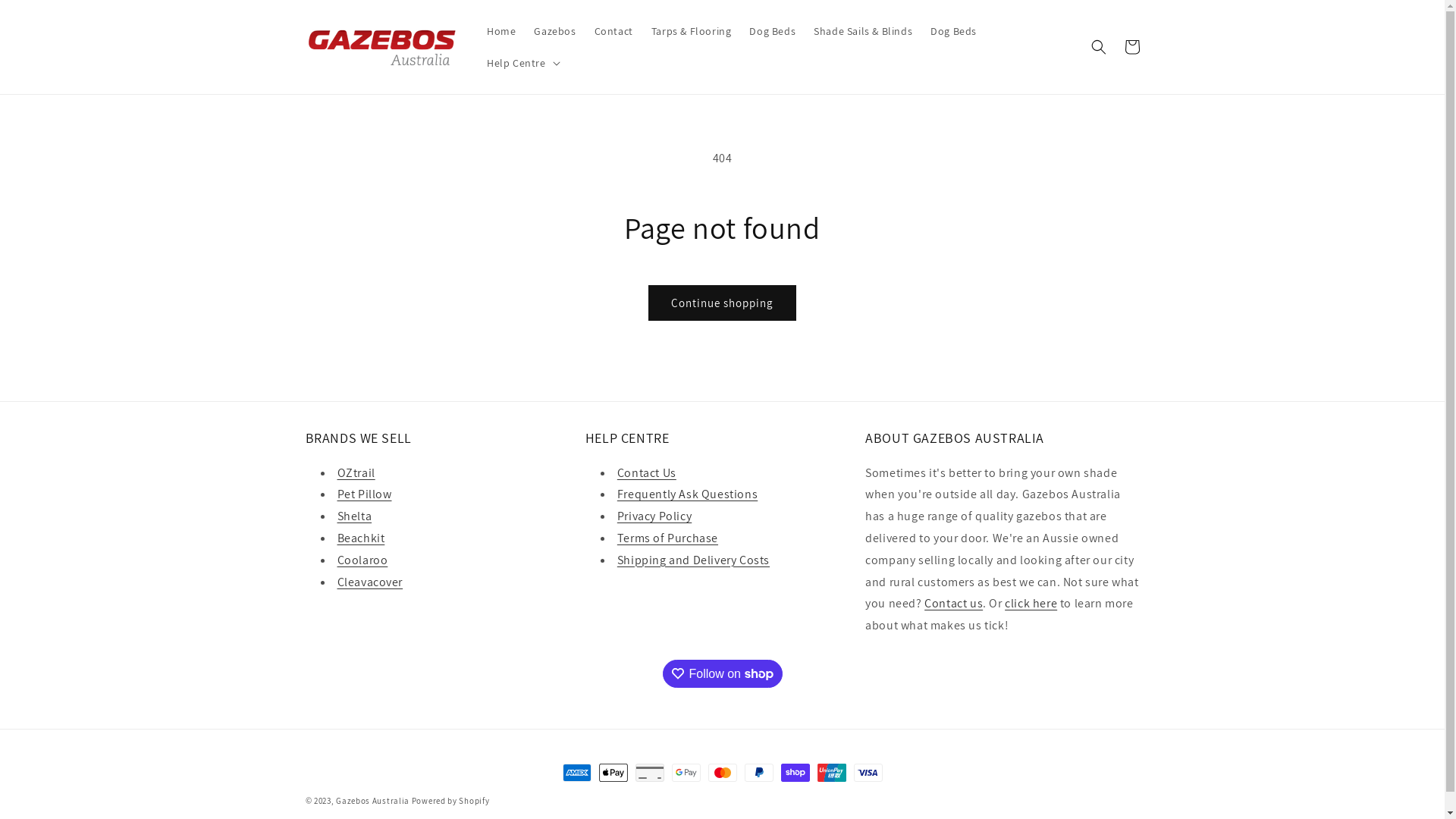 The width and height of the screenshot is (1456, 819). I want to click on 'Dog Beds', so click(952, 31).